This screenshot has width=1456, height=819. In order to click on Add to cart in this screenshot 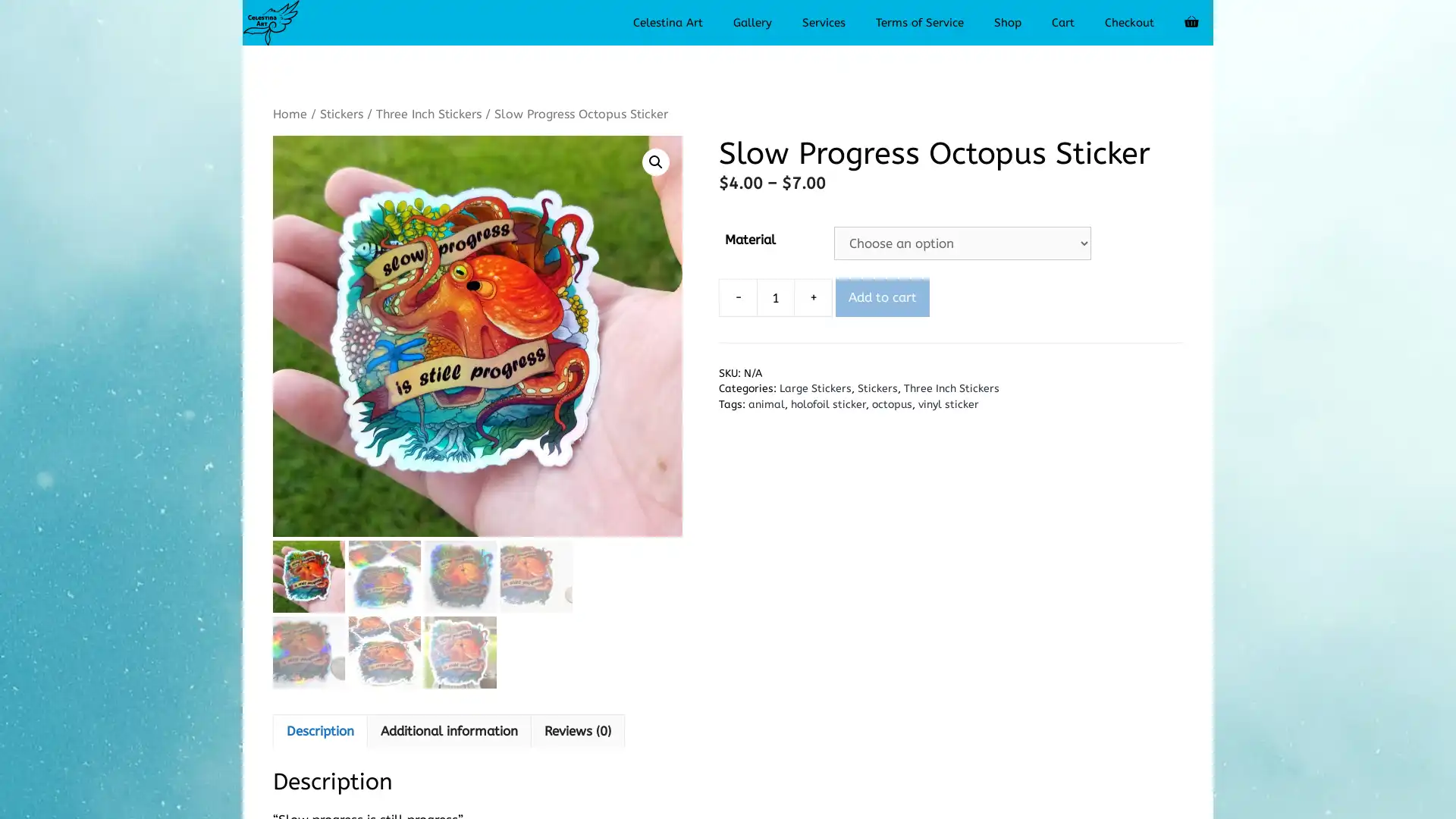, I will do `click(882, 297)`.